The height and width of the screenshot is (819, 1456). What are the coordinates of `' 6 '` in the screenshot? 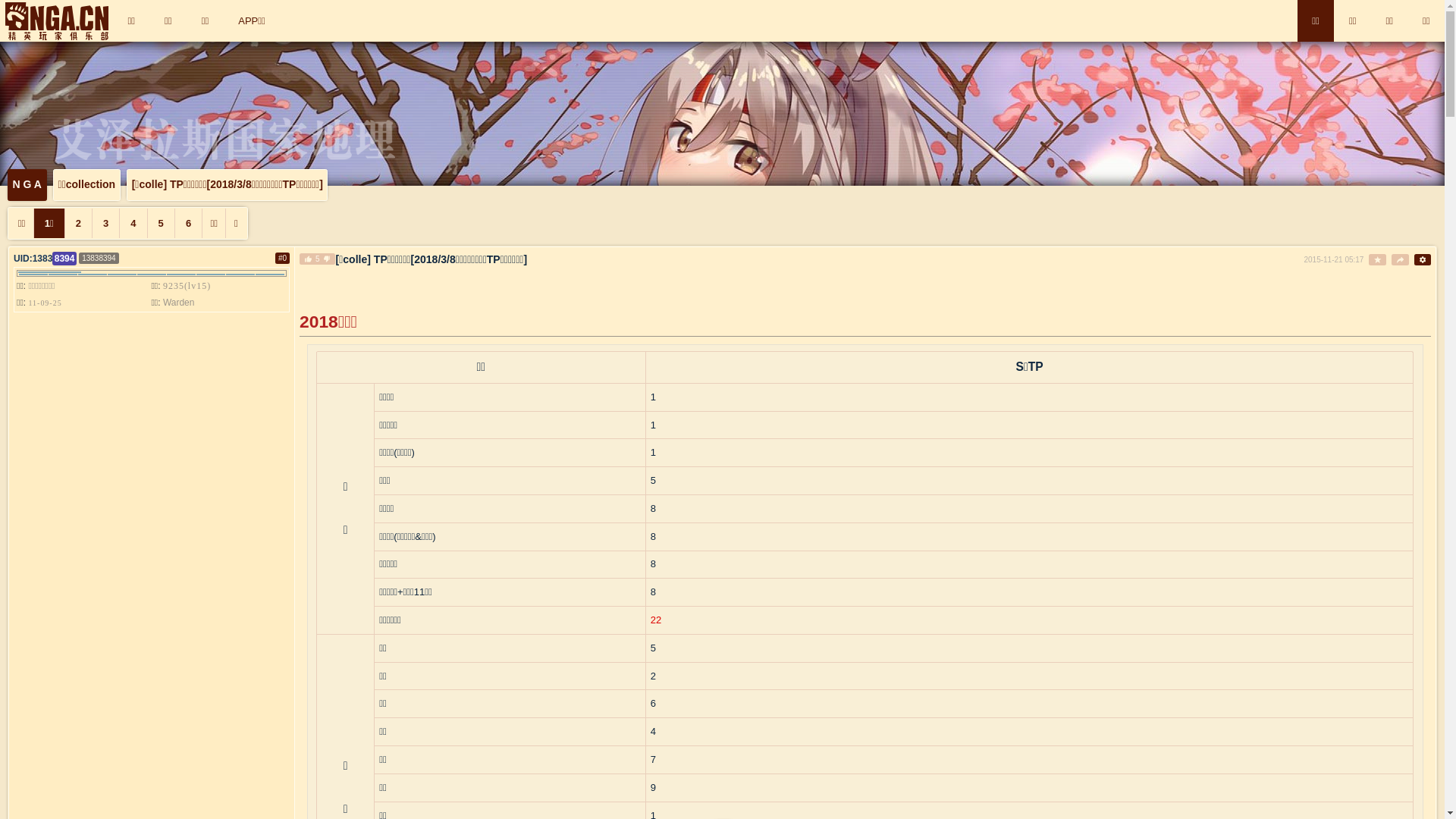 It's located at (187, 223).